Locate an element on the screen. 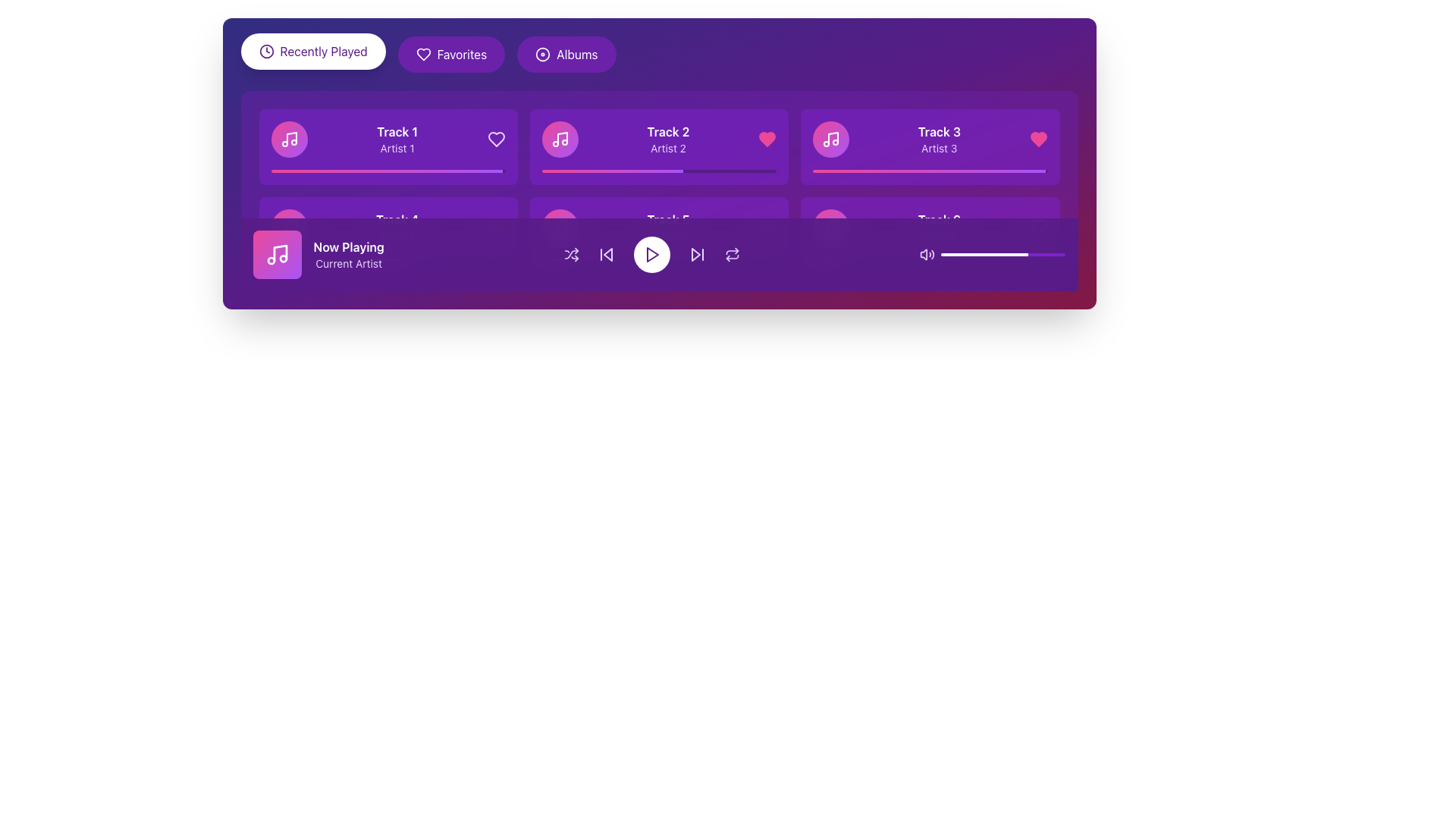 This screenshot has width=1456, height=819. the progress bar, which is a narrow horizontal bar with a gradient color transitioning from pink to purple, located within the bottom section of the media player interface is located at coordinates (553, 259).